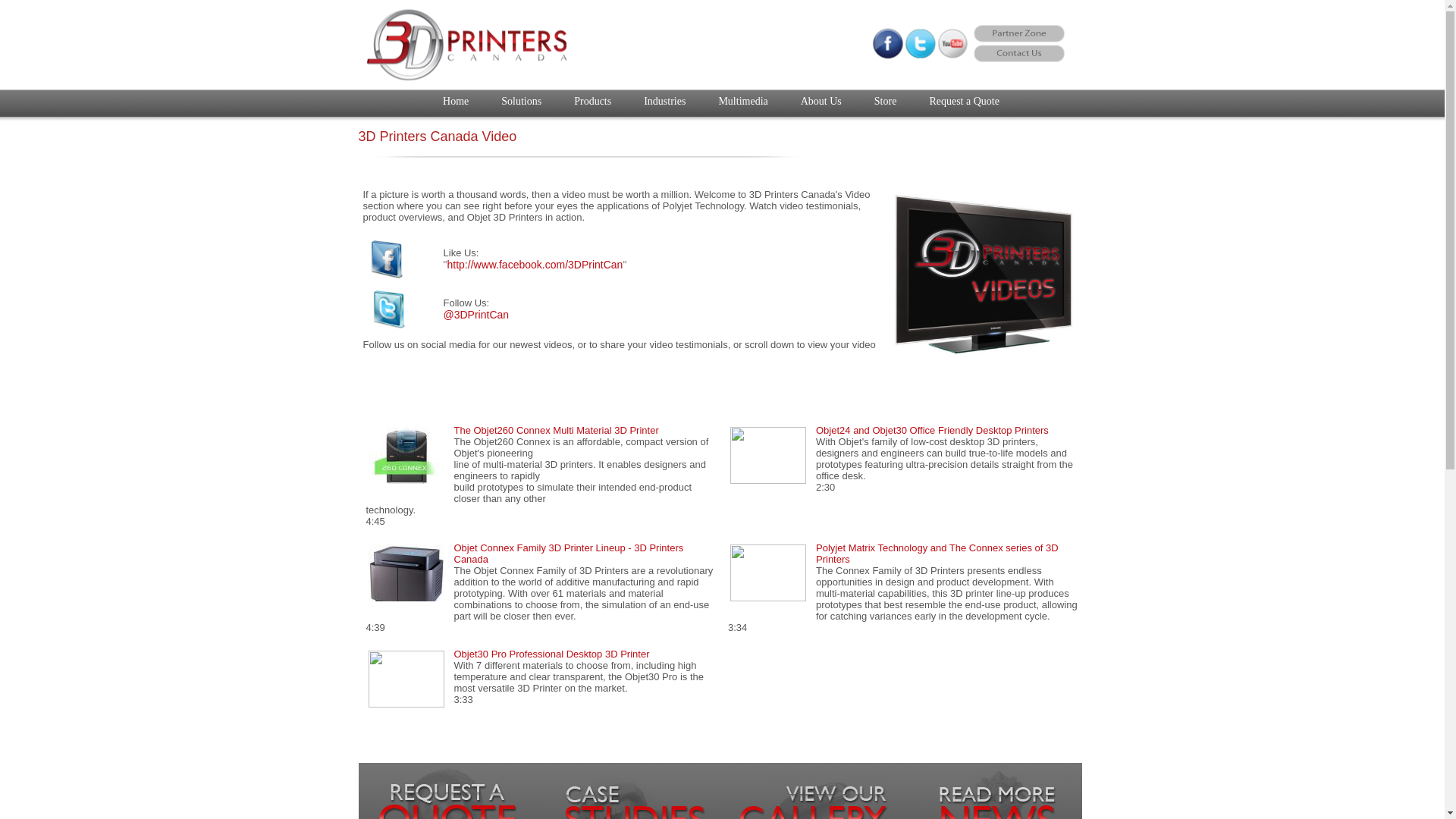  Describe the element at coordinates (454, 102) in the screenshot. I see `'Home'` at that location.